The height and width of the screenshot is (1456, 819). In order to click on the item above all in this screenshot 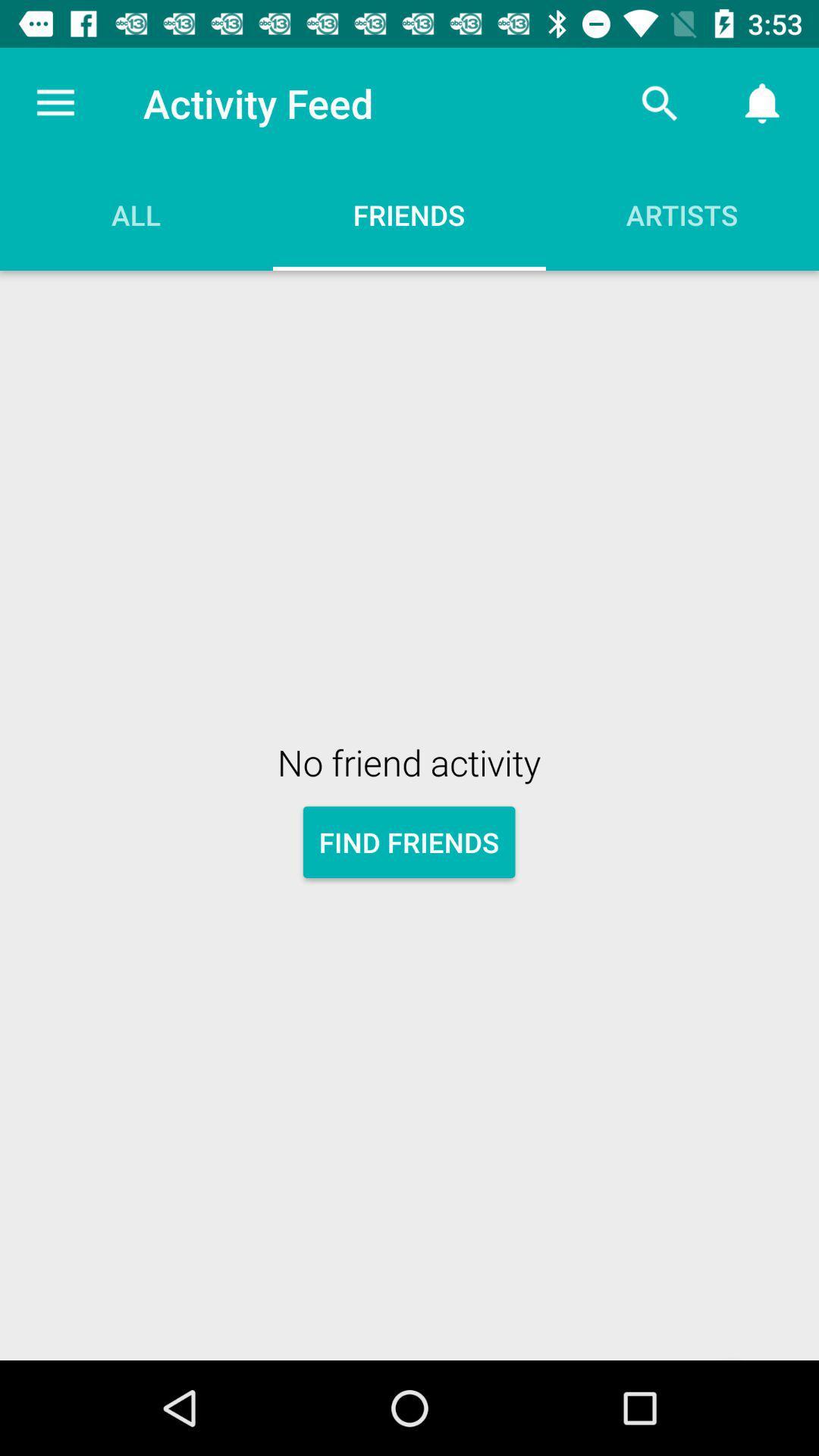, I will do `click(55, 102)`.